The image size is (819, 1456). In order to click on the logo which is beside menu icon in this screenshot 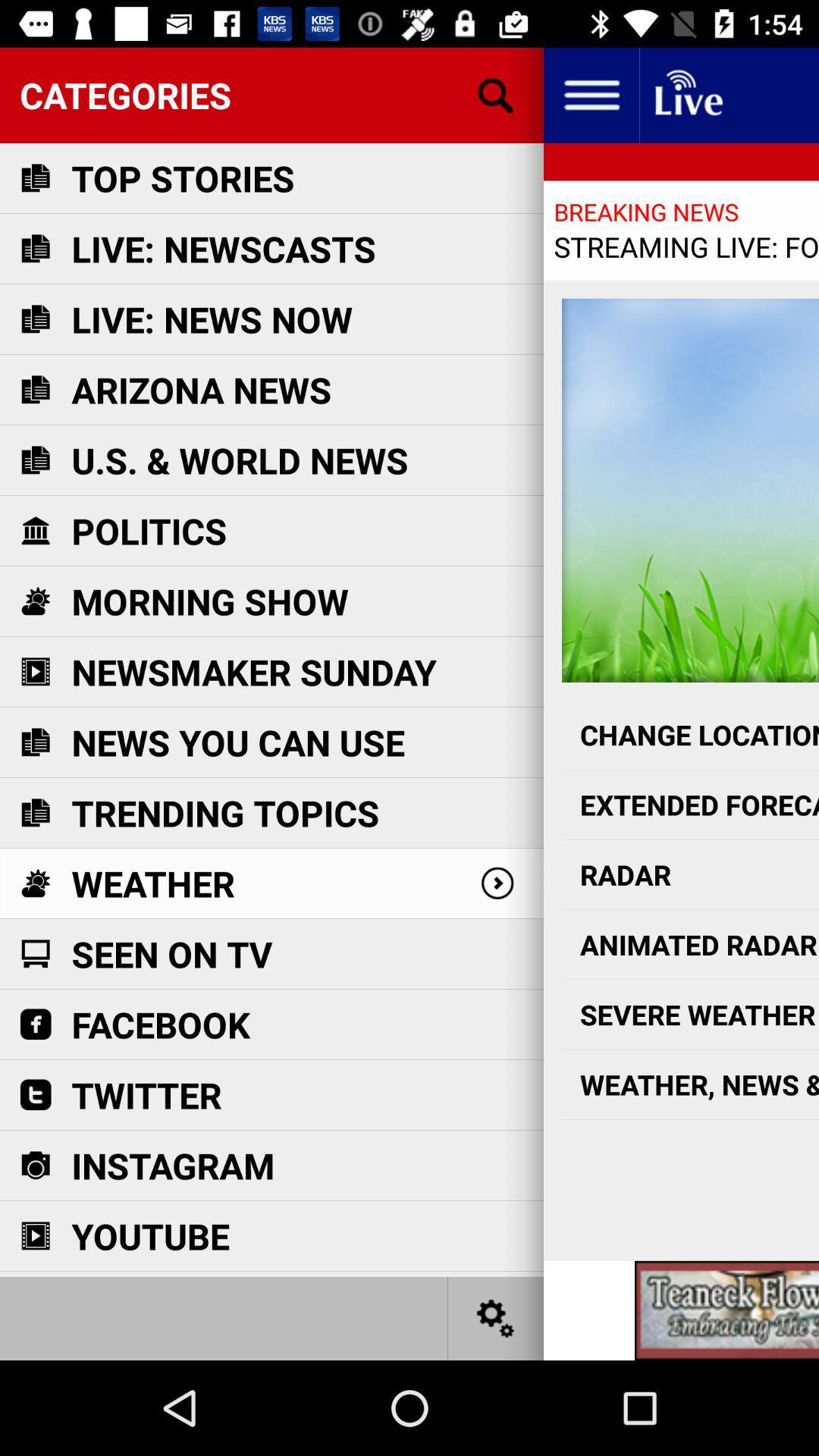, I will do `click(687, 94)`.